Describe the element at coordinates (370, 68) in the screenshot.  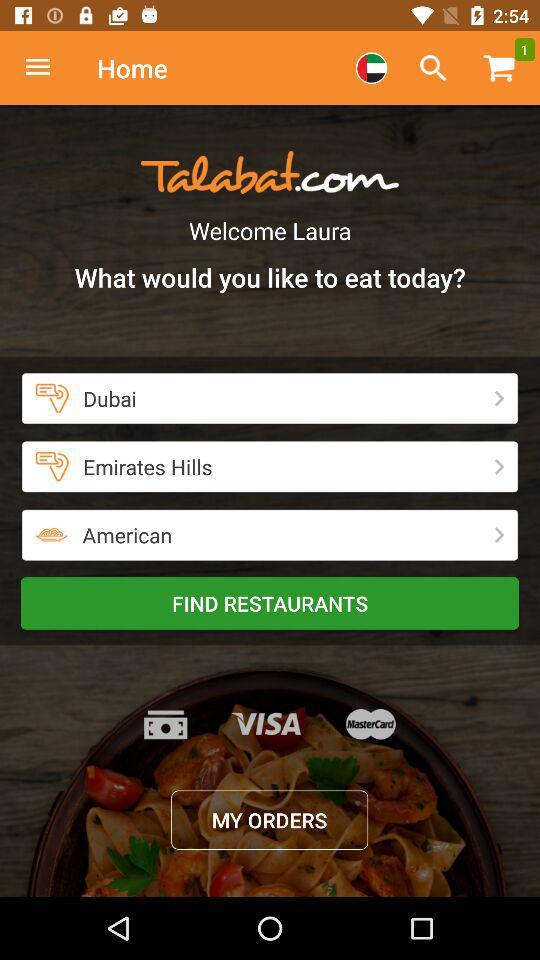
I see `country flag` at that location.